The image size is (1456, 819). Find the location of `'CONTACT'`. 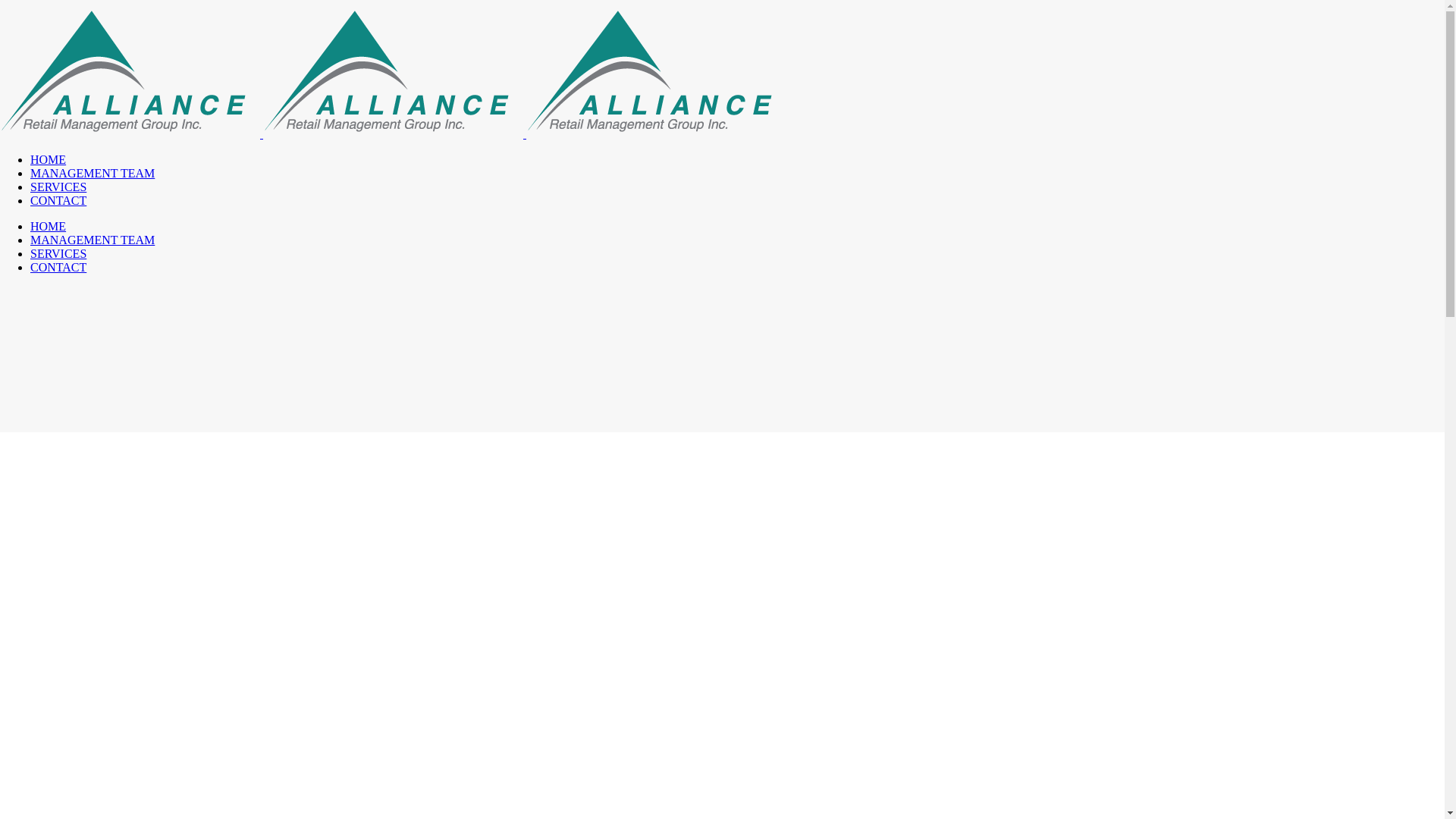

'CONTACT' is located at coordinates (58, 266).